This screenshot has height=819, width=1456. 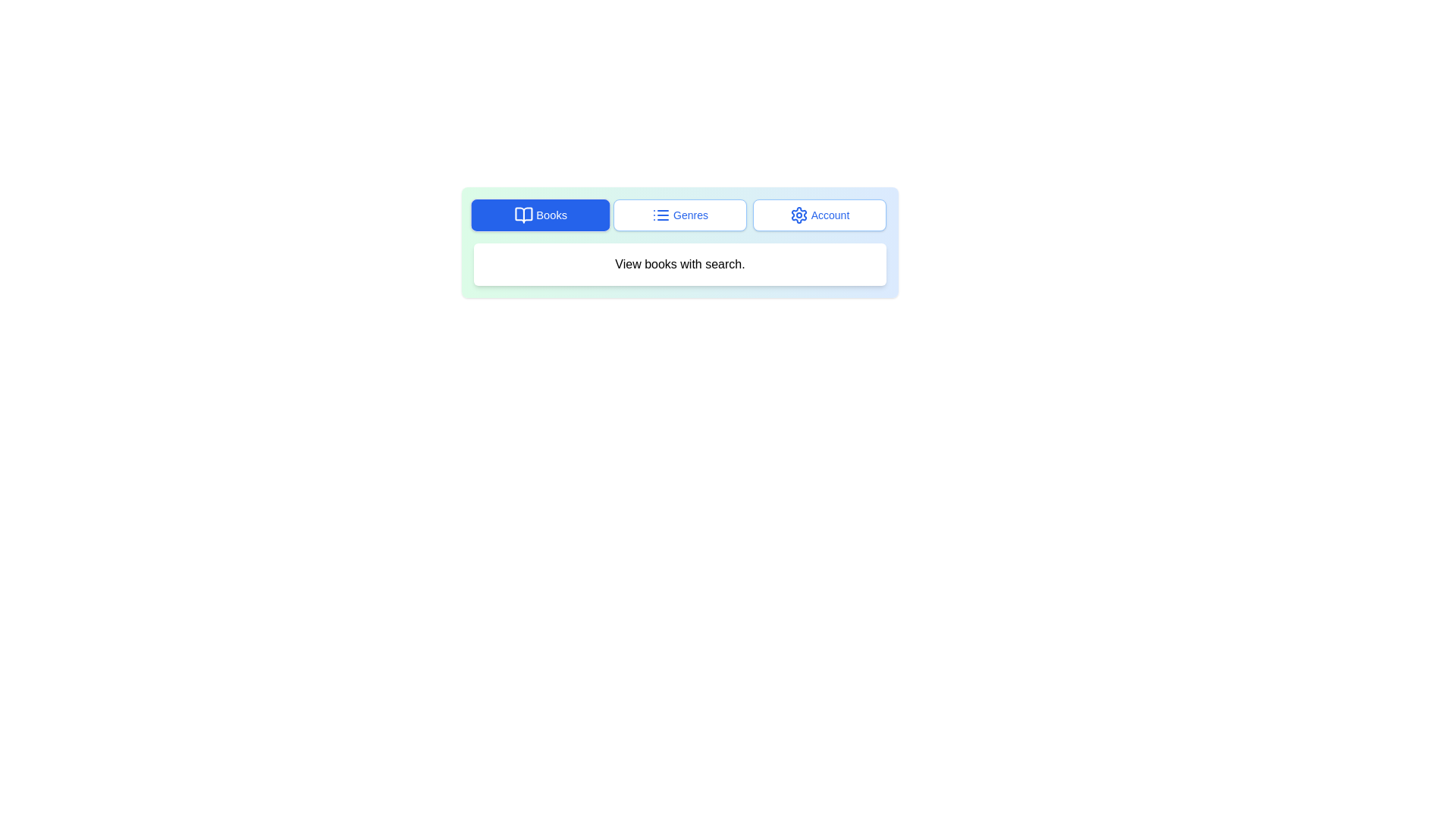 What do you see at coordinates (661, 215) in the screenshot?
I see `the 'Genres' icon located at the top navigation bar, which is the first visual component preceding the text 'Genres'` at bounding box center [661, 215].